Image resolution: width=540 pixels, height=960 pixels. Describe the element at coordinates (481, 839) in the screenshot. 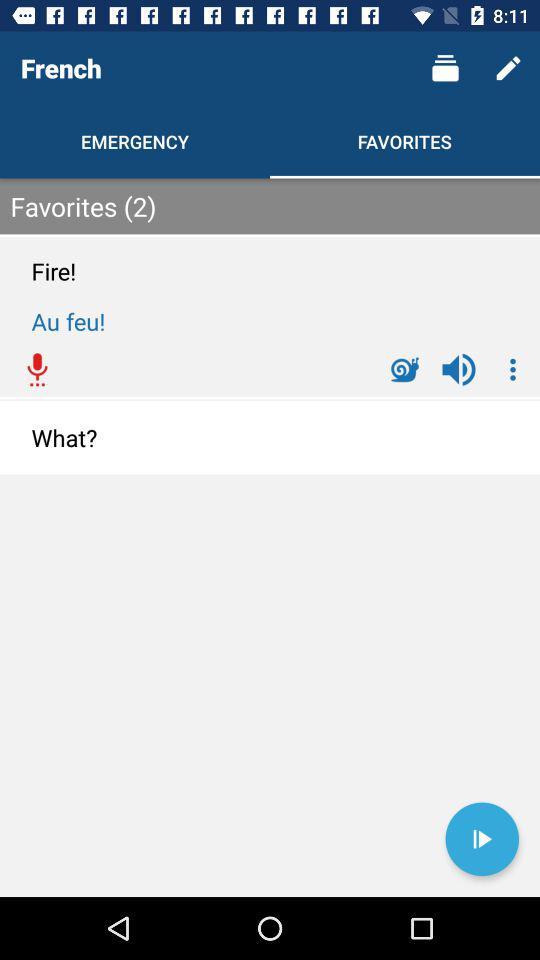

I see `icon at the bottom right corner` at that location.